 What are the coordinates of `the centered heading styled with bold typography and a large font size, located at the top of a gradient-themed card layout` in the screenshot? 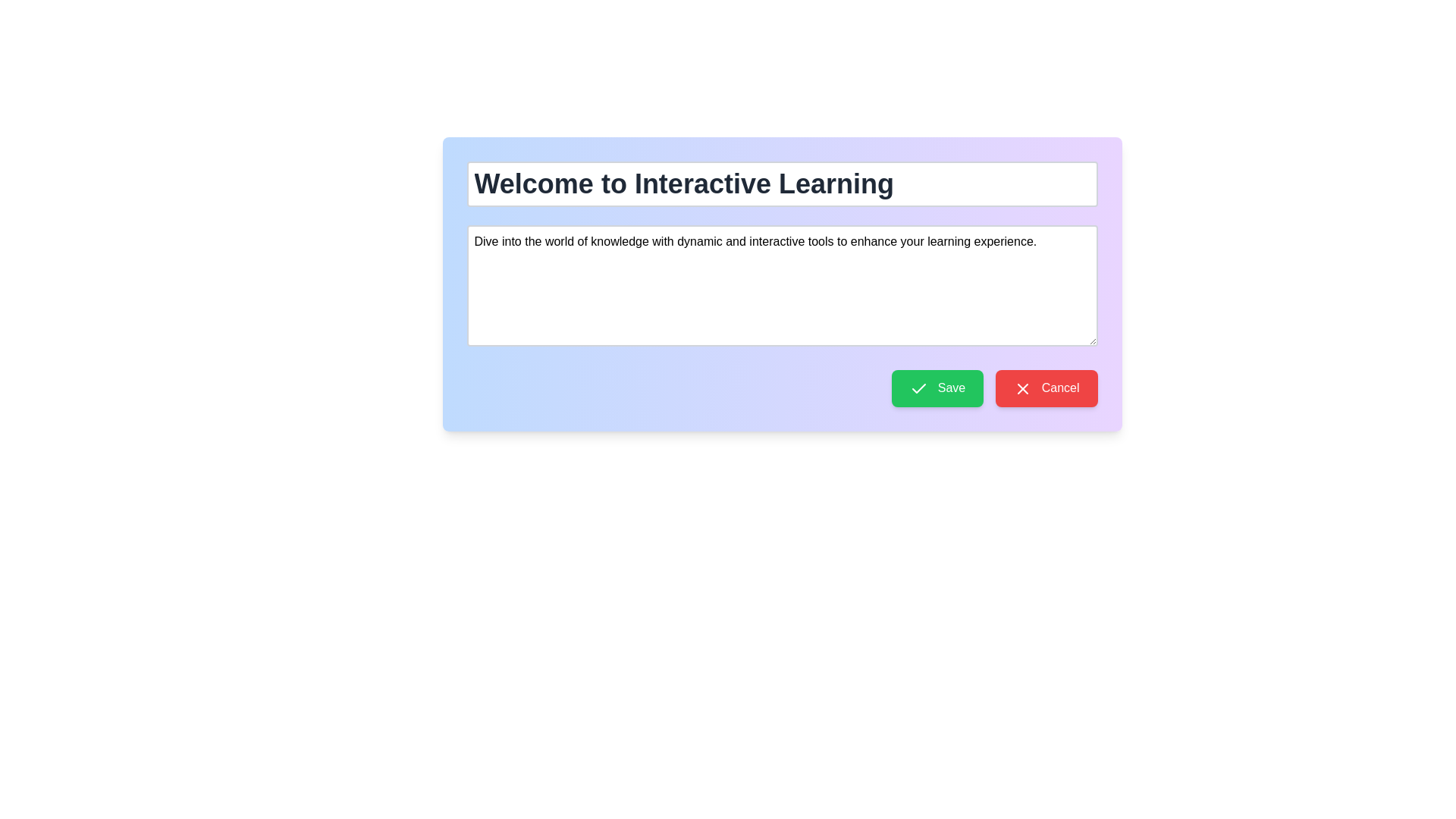 It's located at (782, 184).